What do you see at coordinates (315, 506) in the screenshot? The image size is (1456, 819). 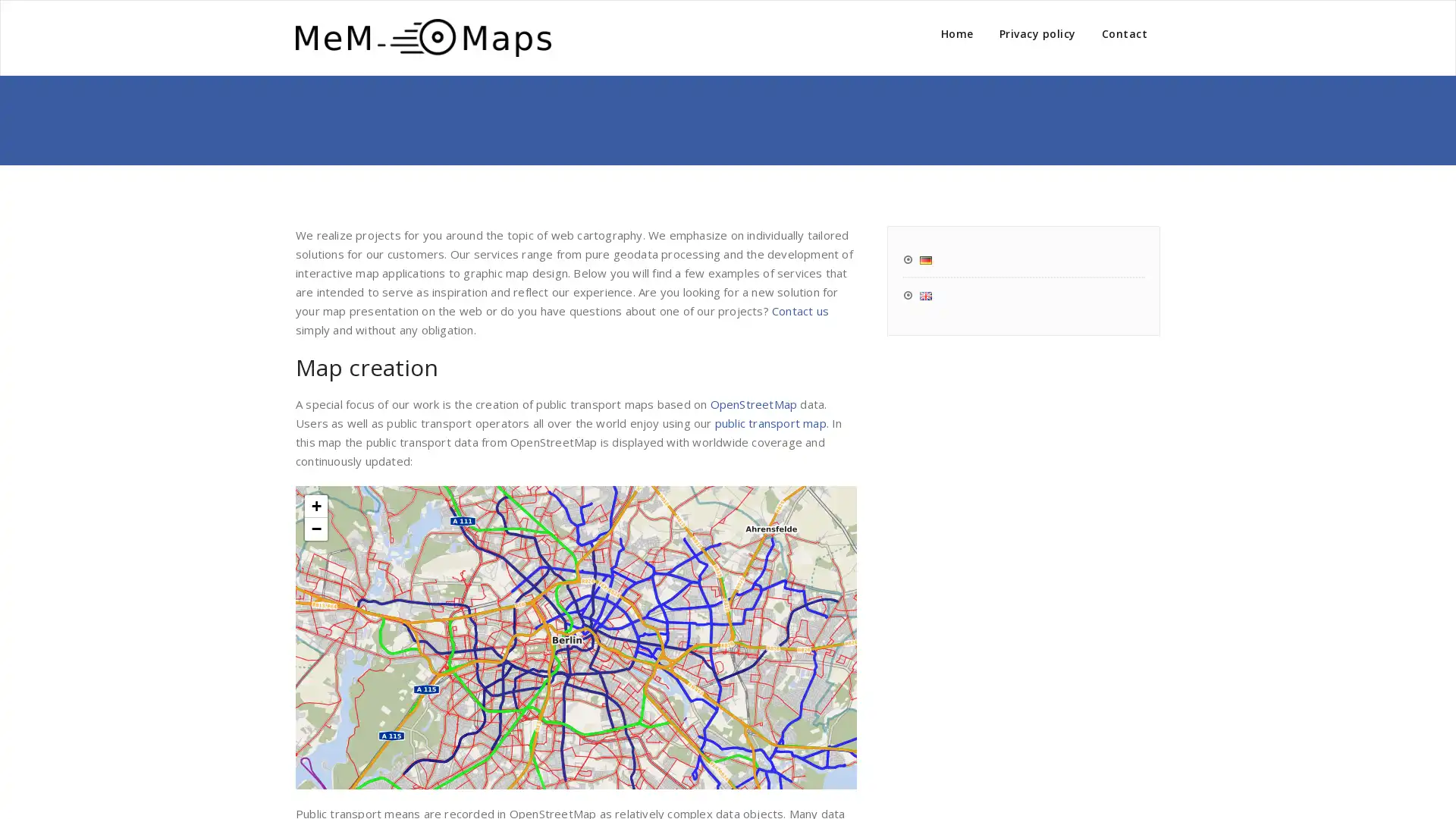 I see `Zoom in` at bounding box center [315, 506].